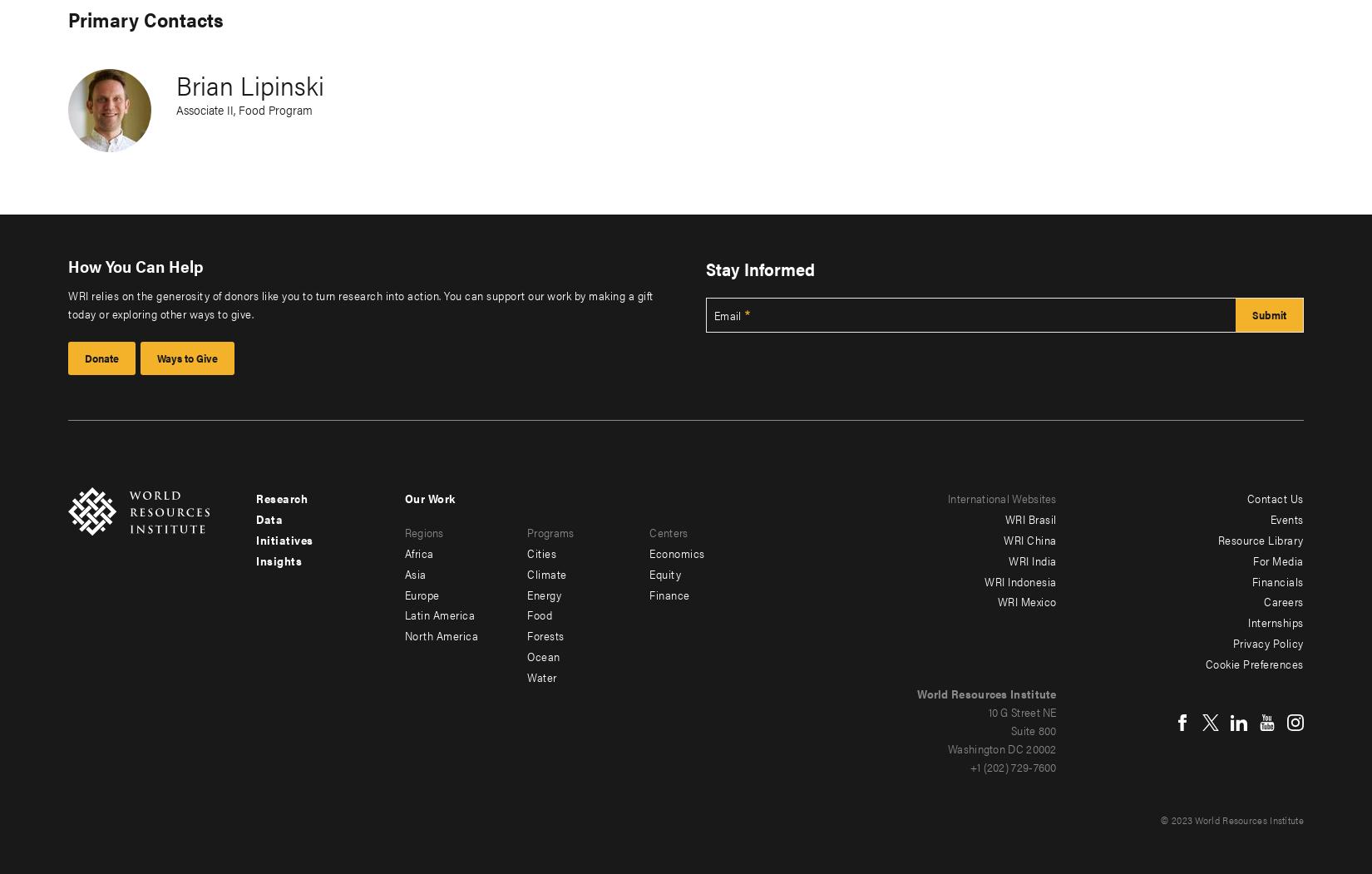  I want to click on 'Financials', so click(1276, 579).